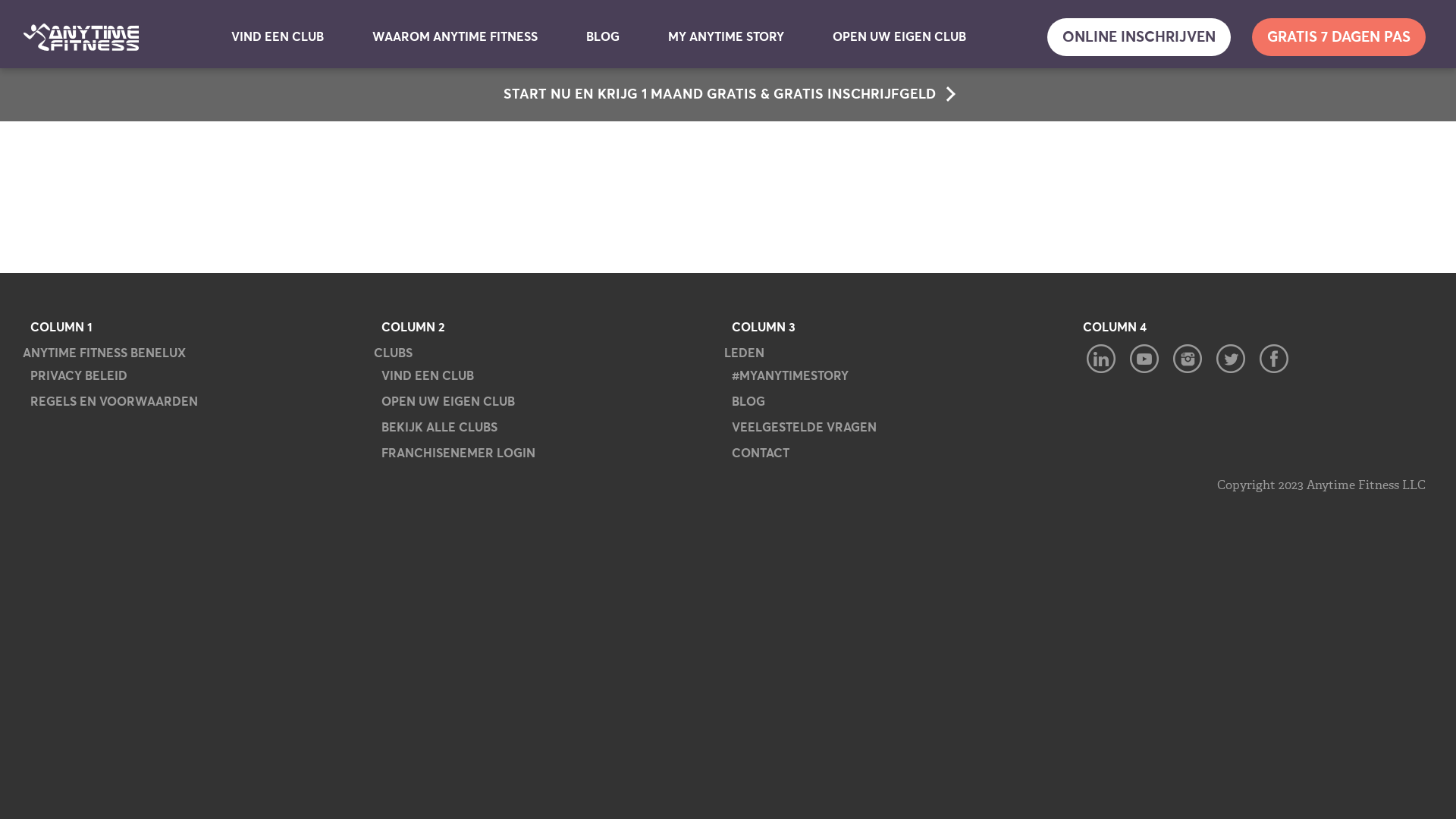 Image resolution: width=1456 pixels, height=819 pixels. What do you see at coordinates (457, 452) in the screenshot?
I see `'FRANCHISENEMER LOGIN'` at bounding box center [457, 452].